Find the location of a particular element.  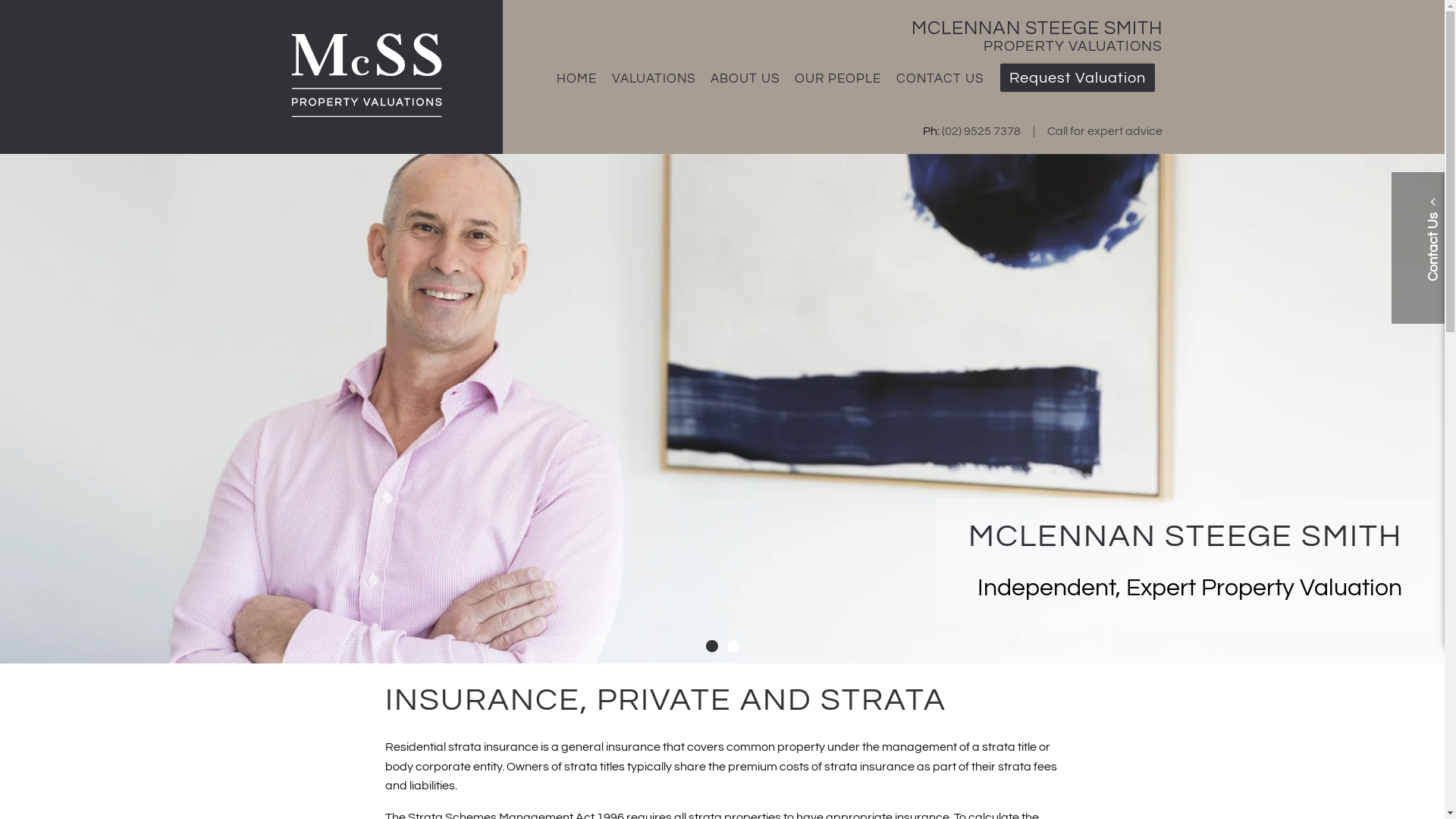

'(02) 9525 7378' is located at coordinates (941, 130).